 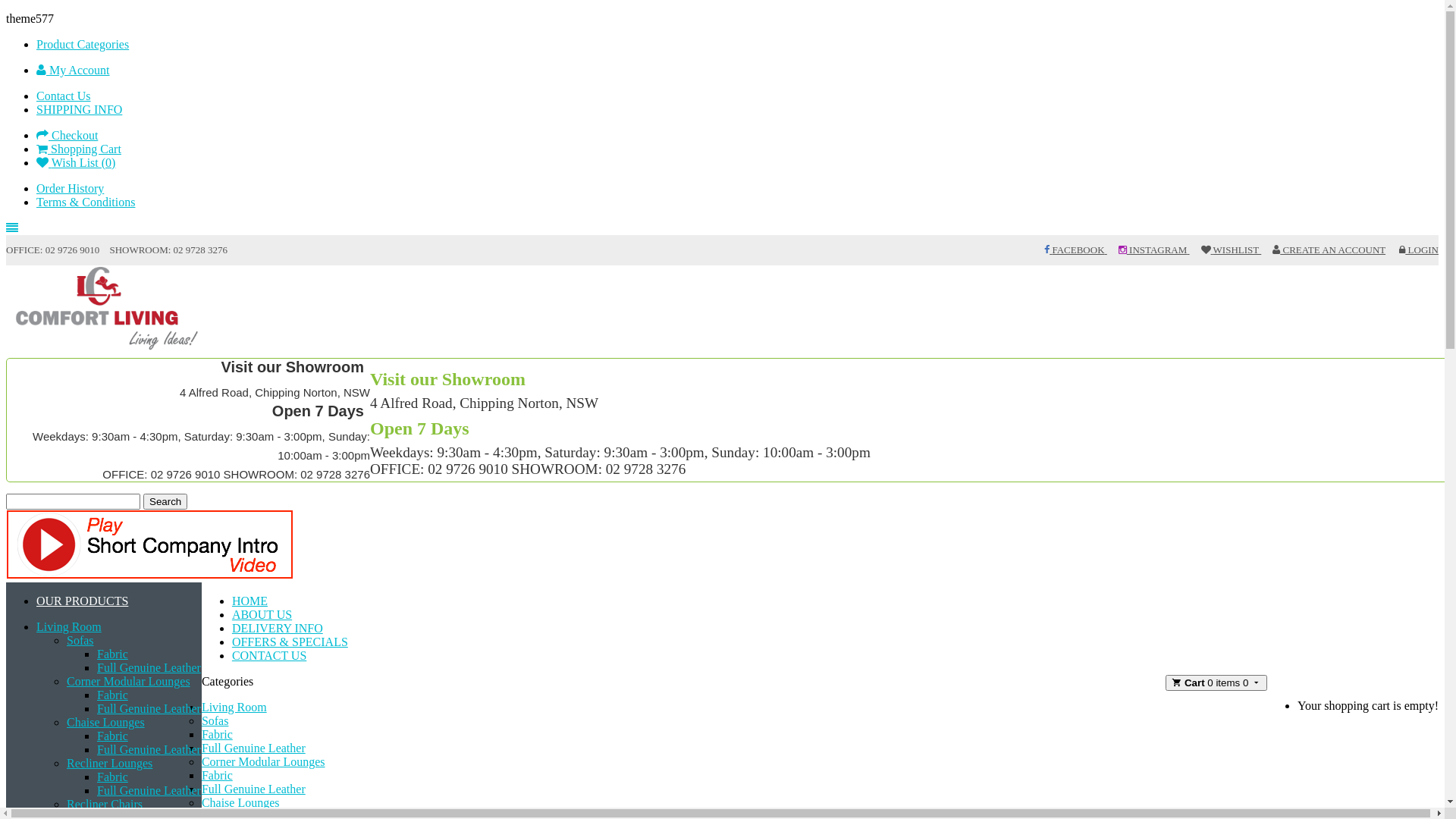 I want to click on 'OUR PRODUCTS', so click(x=36, y=600).